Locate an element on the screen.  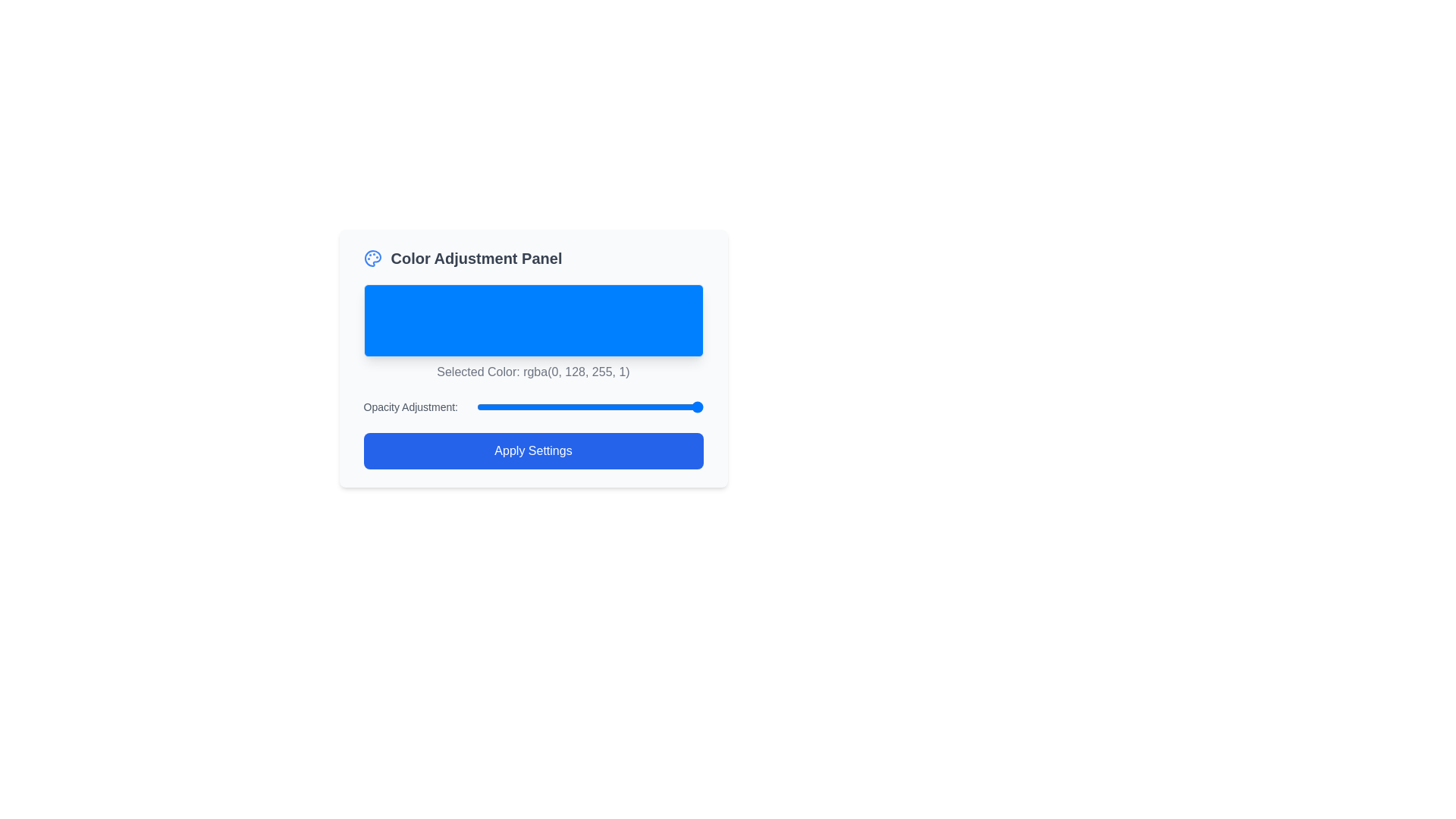
the text element displaying 'Selected Color: rgba(0, 128, 255, 1)', which is located below the blue color preview box in the 'Color Adjustment Panel' is located at coordinates (533, 372).